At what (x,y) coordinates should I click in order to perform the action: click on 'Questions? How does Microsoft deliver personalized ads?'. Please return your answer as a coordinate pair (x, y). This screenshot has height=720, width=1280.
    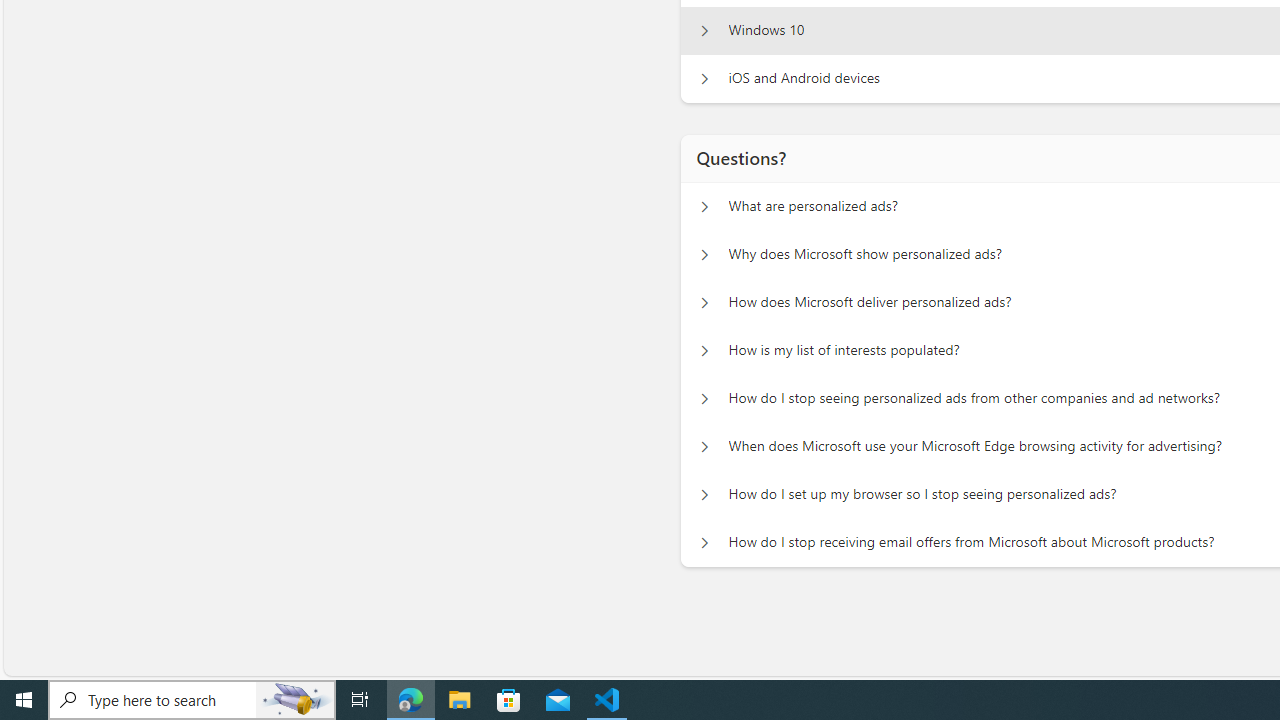
    Looking at the image, I should click on (704, 303).